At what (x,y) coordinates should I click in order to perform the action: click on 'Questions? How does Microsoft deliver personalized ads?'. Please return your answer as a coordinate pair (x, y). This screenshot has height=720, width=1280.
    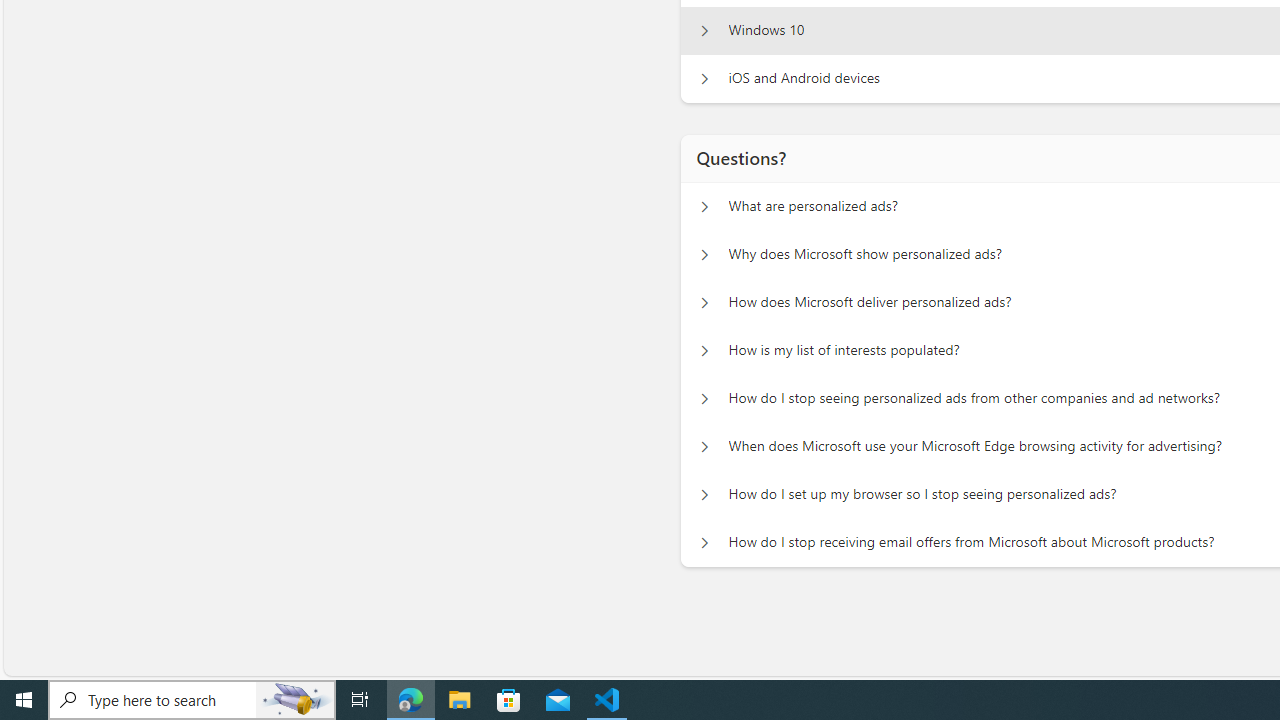
    Looking at the image, I should click on (704, 303).